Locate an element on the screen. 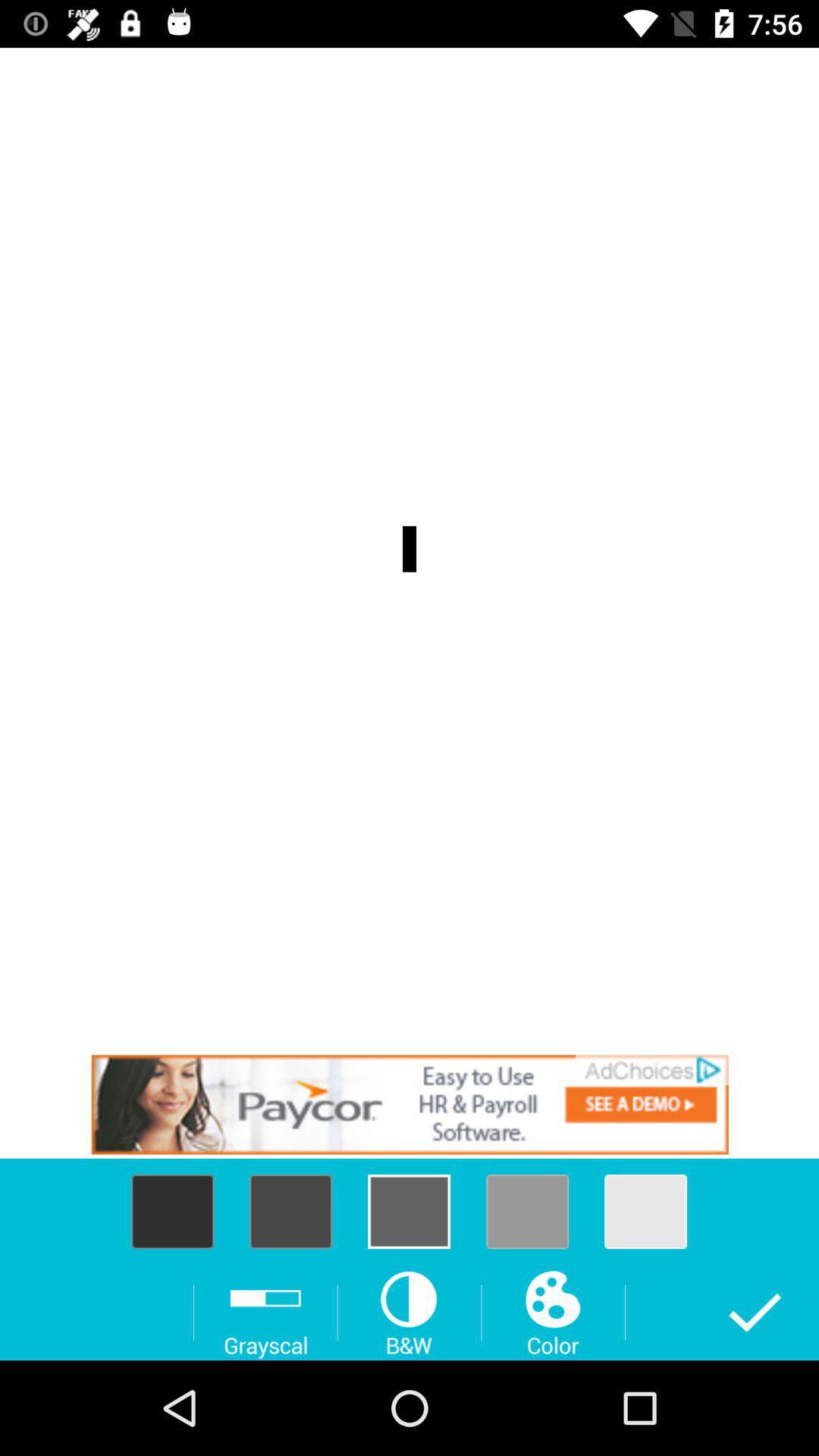 The height and width of the screenshot is (1456, 819). advertisement is located at coordinates (409, 1104).